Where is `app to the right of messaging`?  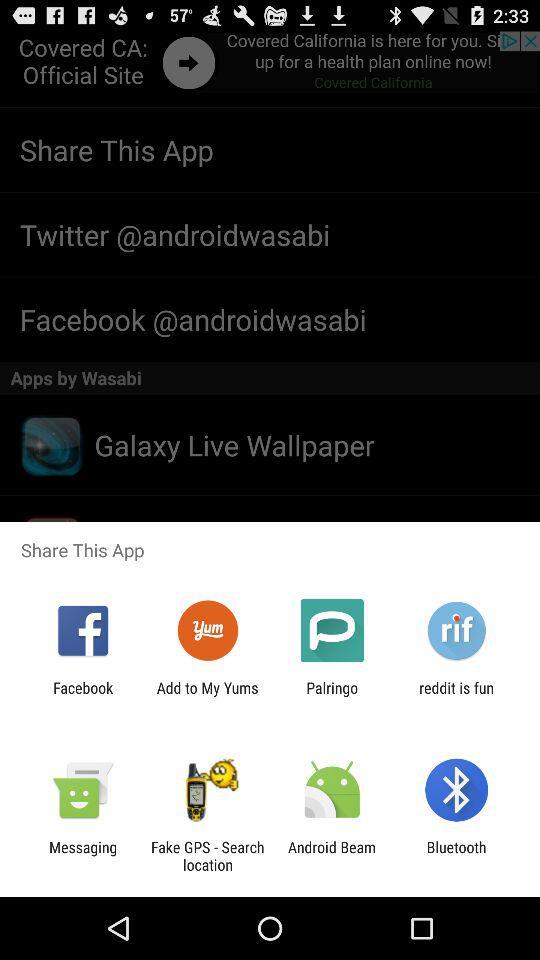 app to the right of messaging is located at coordinates (206, 855).